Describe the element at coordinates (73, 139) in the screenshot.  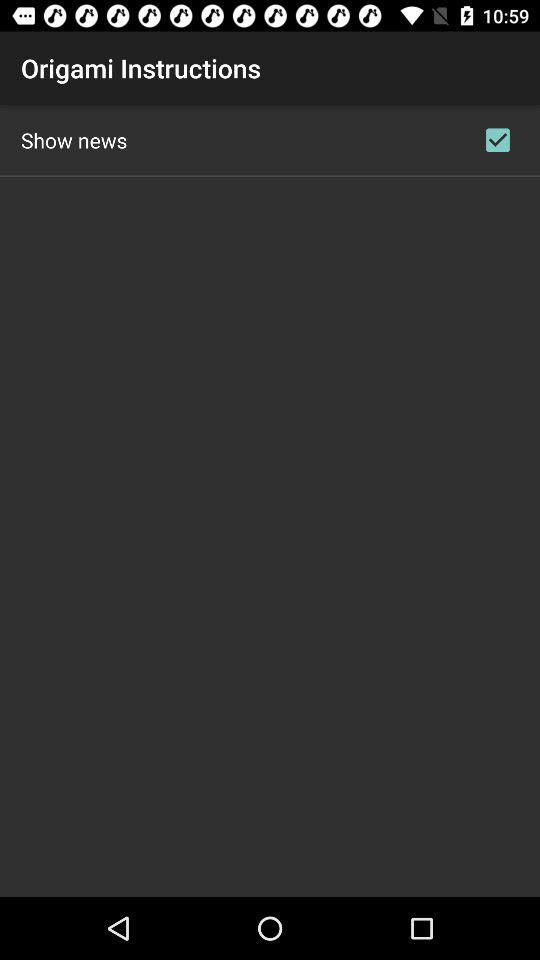
I see `the show news` at that location.